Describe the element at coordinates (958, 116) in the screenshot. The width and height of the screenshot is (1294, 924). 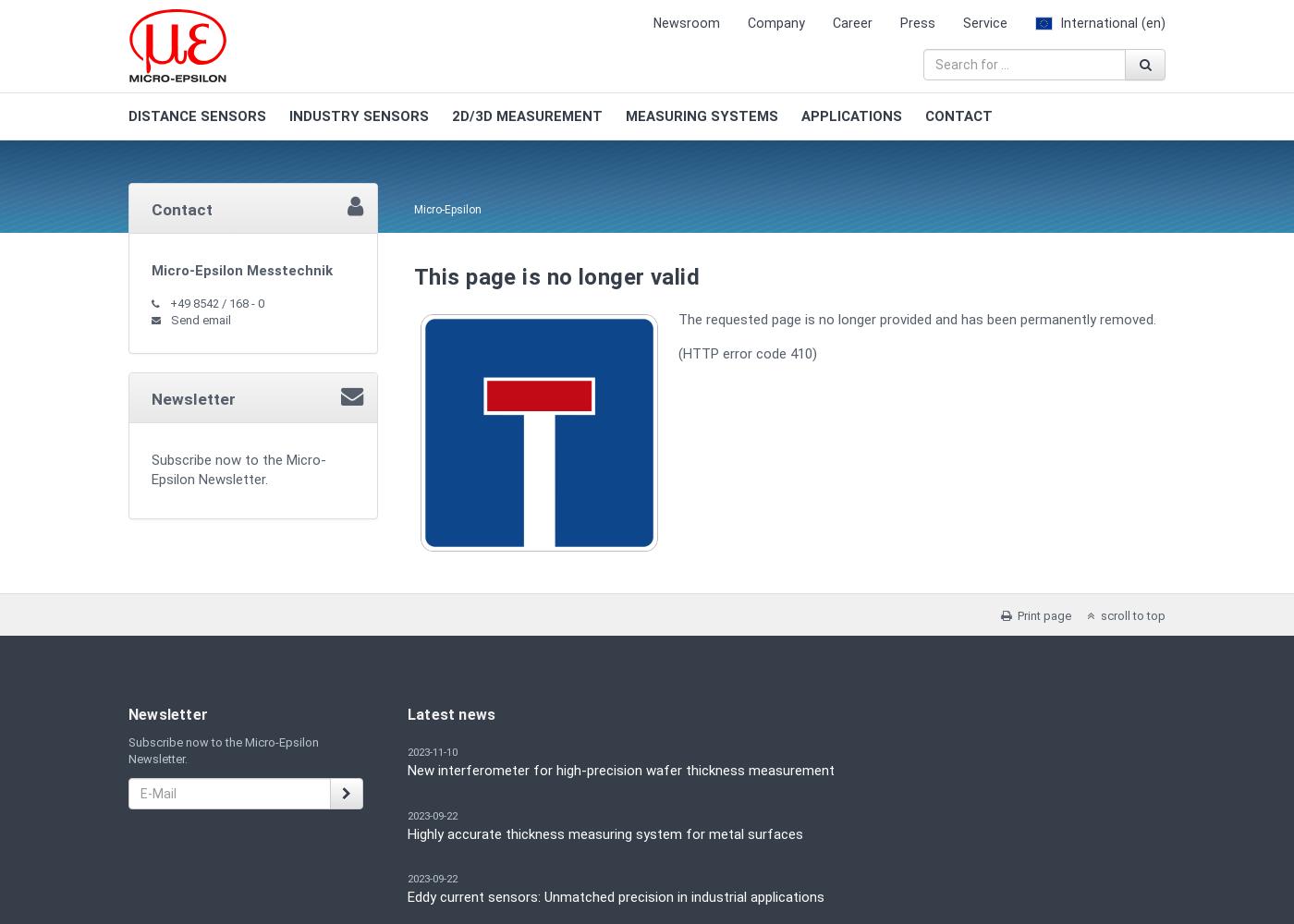
I see `'CONTACT'` at that location.